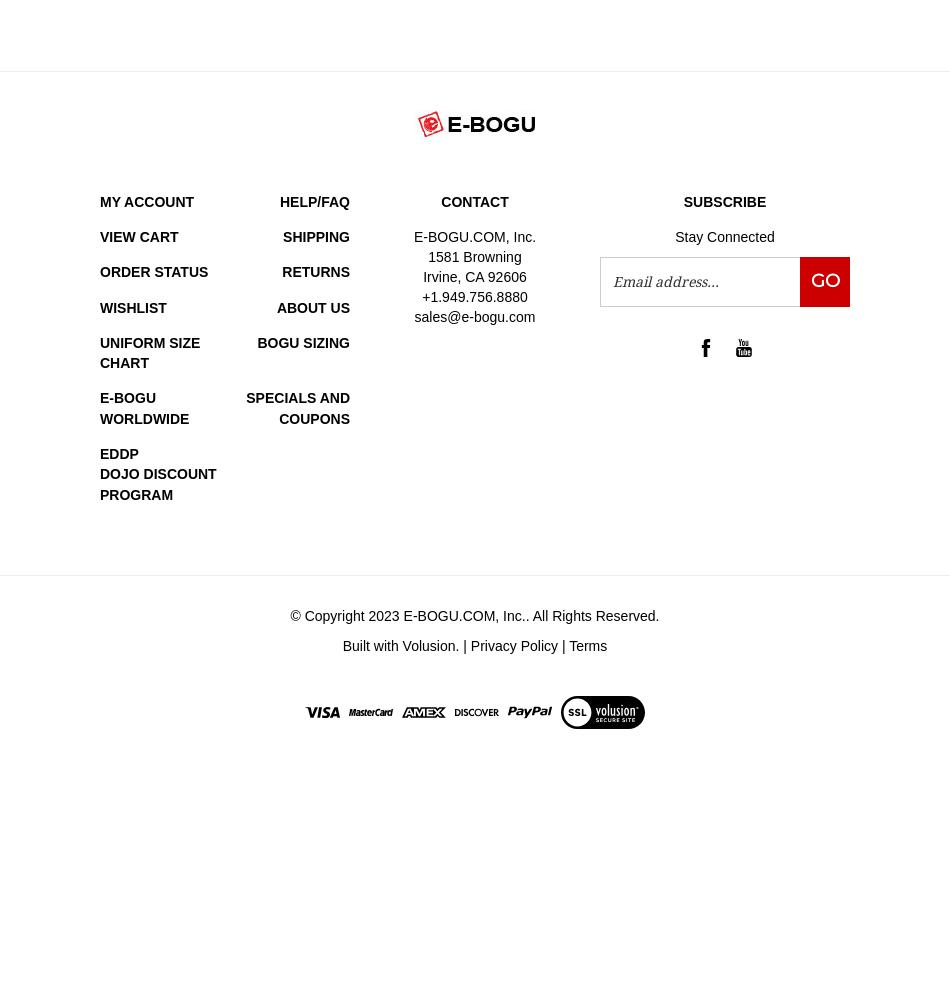  What do you see at coordinates (150, 351) in the screenshot?
I see `'Uniform Size Chart'` at bounding box center [150, 351].